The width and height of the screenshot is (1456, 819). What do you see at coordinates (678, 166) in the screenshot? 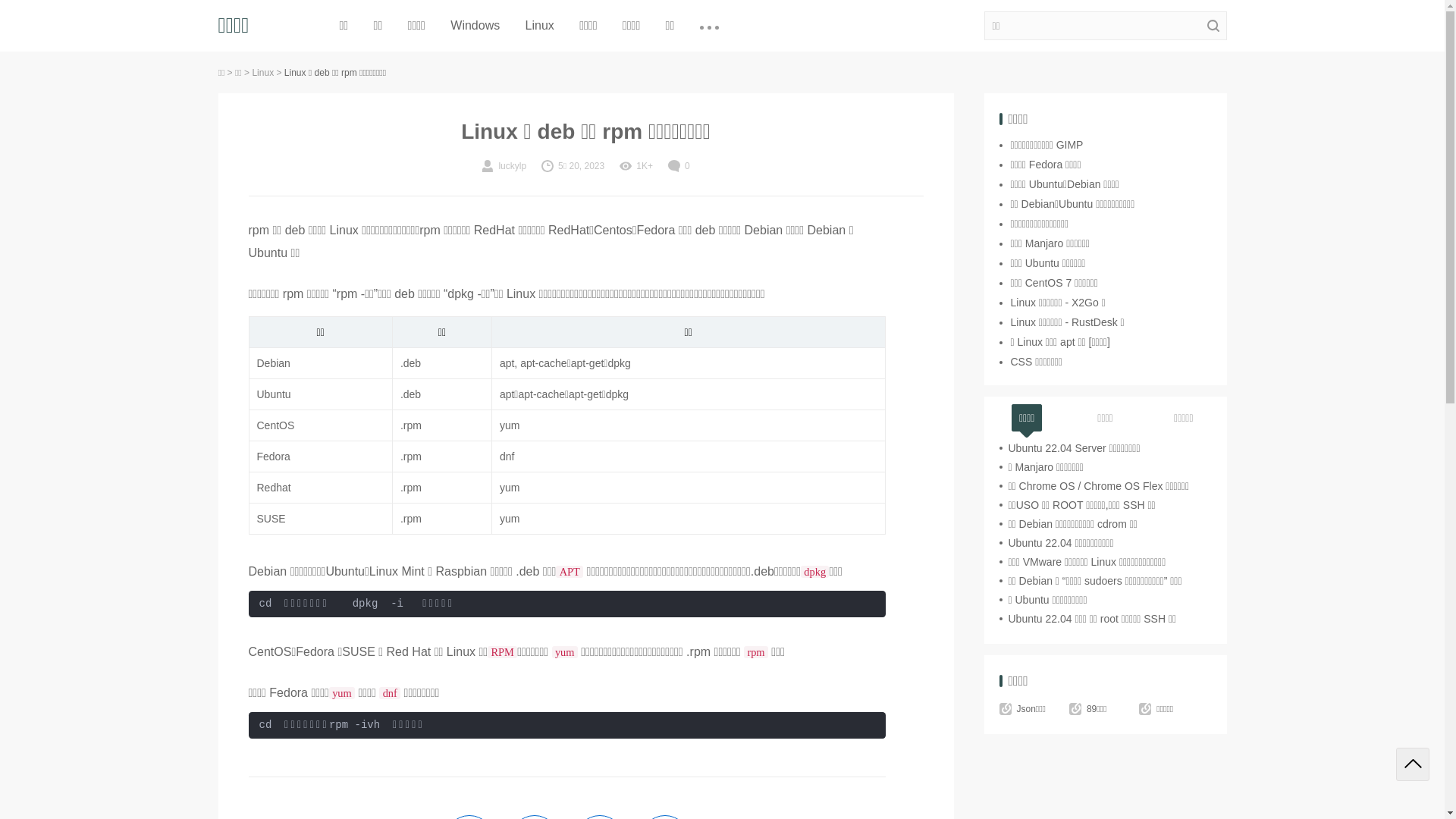
I see `'0'` at bounding box center [678, 166].